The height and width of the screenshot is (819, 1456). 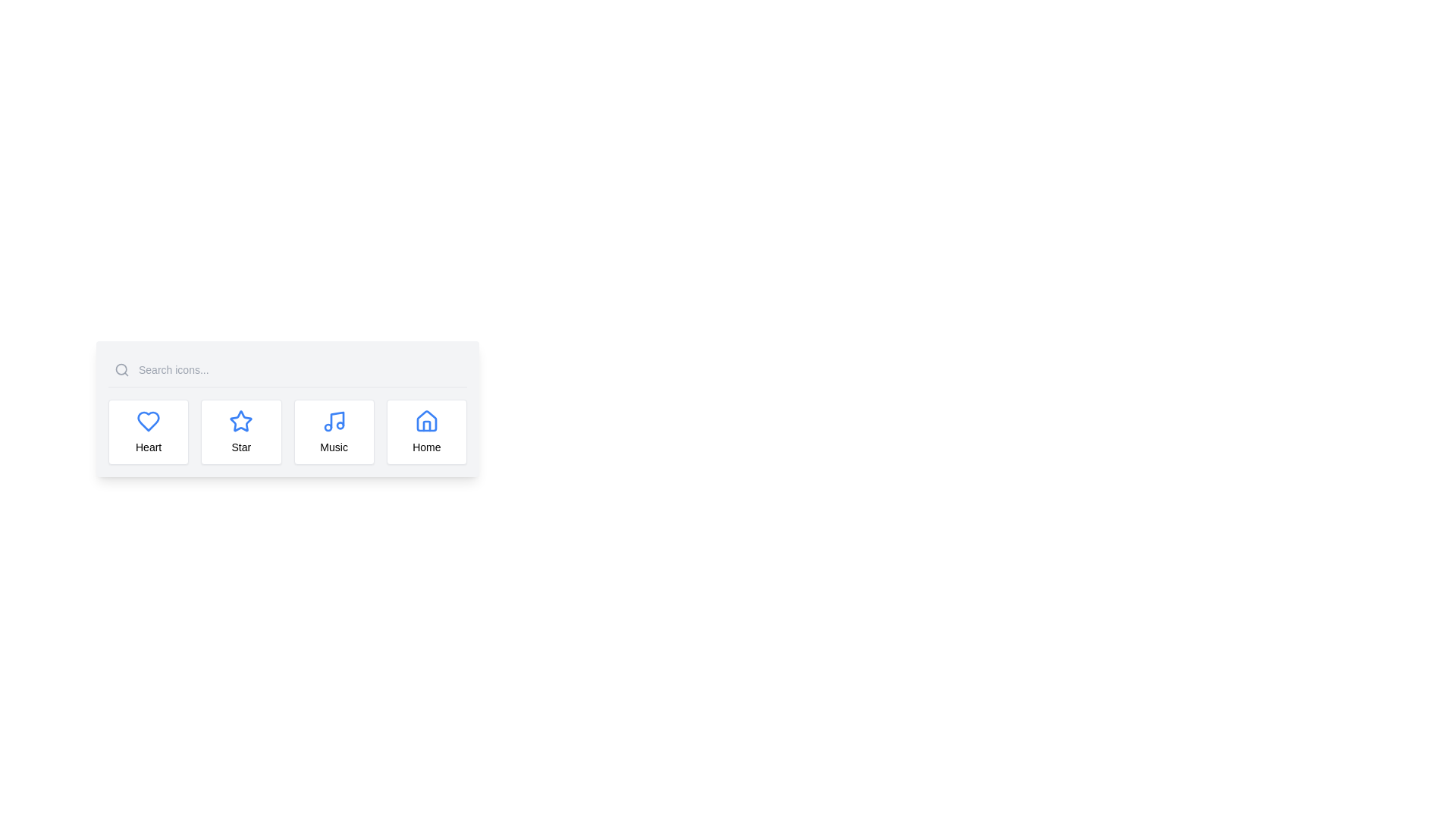 I want to click on the 'Heart' card icon button located at the top-left corner of the grid layout by moving the cursor to its center point, so click(x=149, y=432).